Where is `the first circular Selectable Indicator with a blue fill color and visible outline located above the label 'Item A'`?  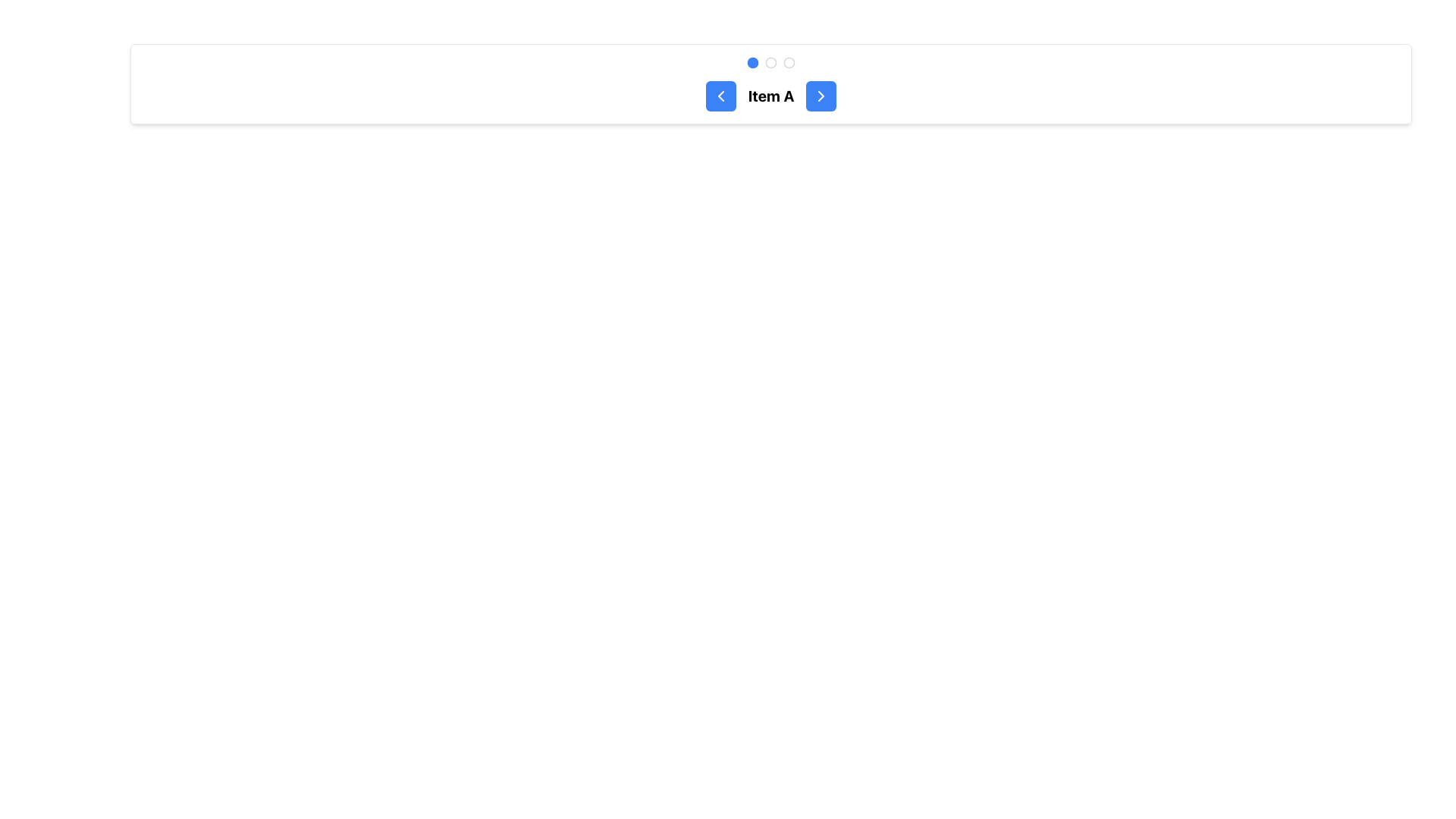 the first circular Selectable Indicator with a blue fill color and visible outline located above the label 'Item A' is located at coordinates (753, 62).